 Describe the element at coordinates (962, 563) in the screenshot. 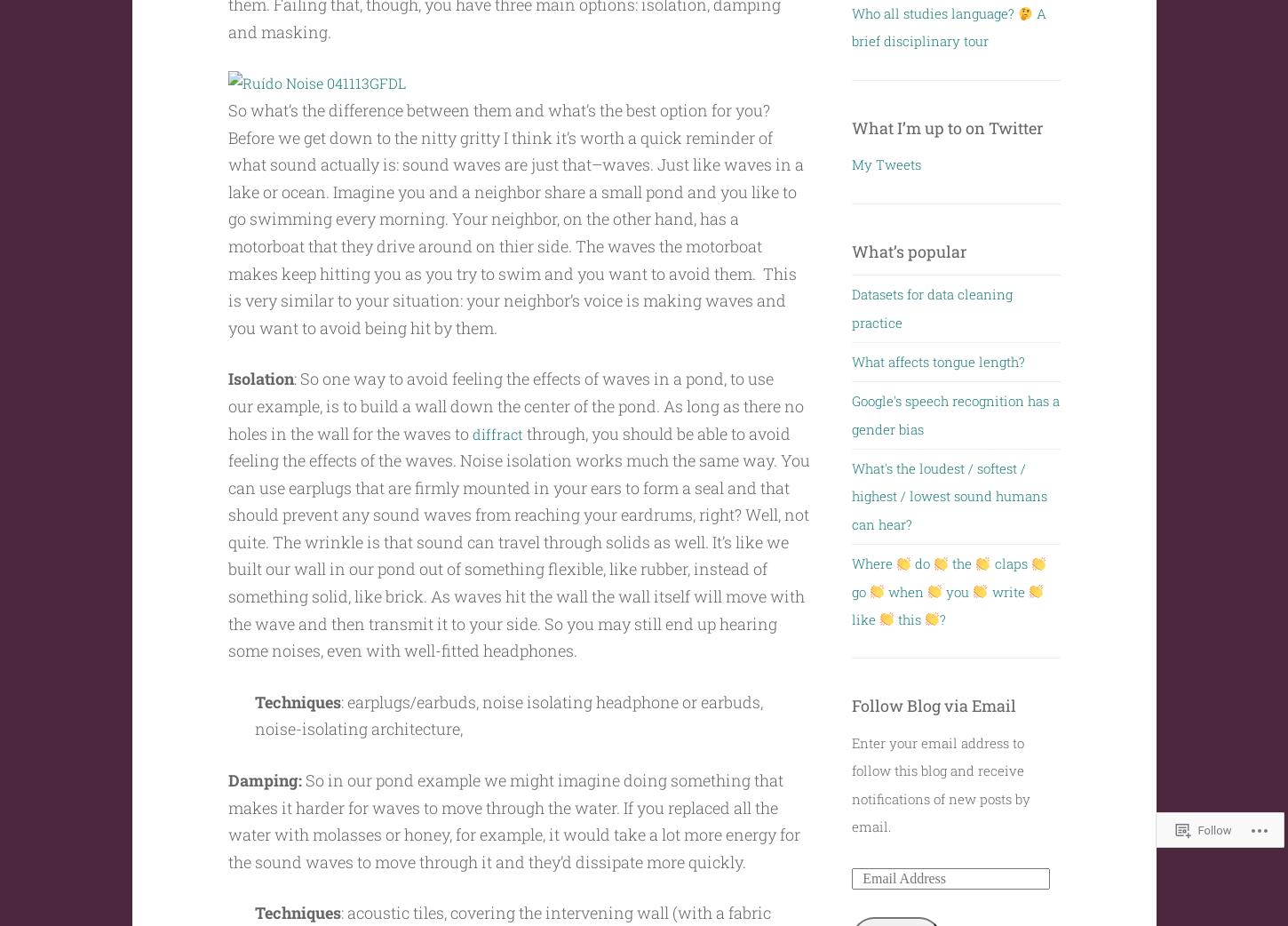

I see `'the'` at that location.